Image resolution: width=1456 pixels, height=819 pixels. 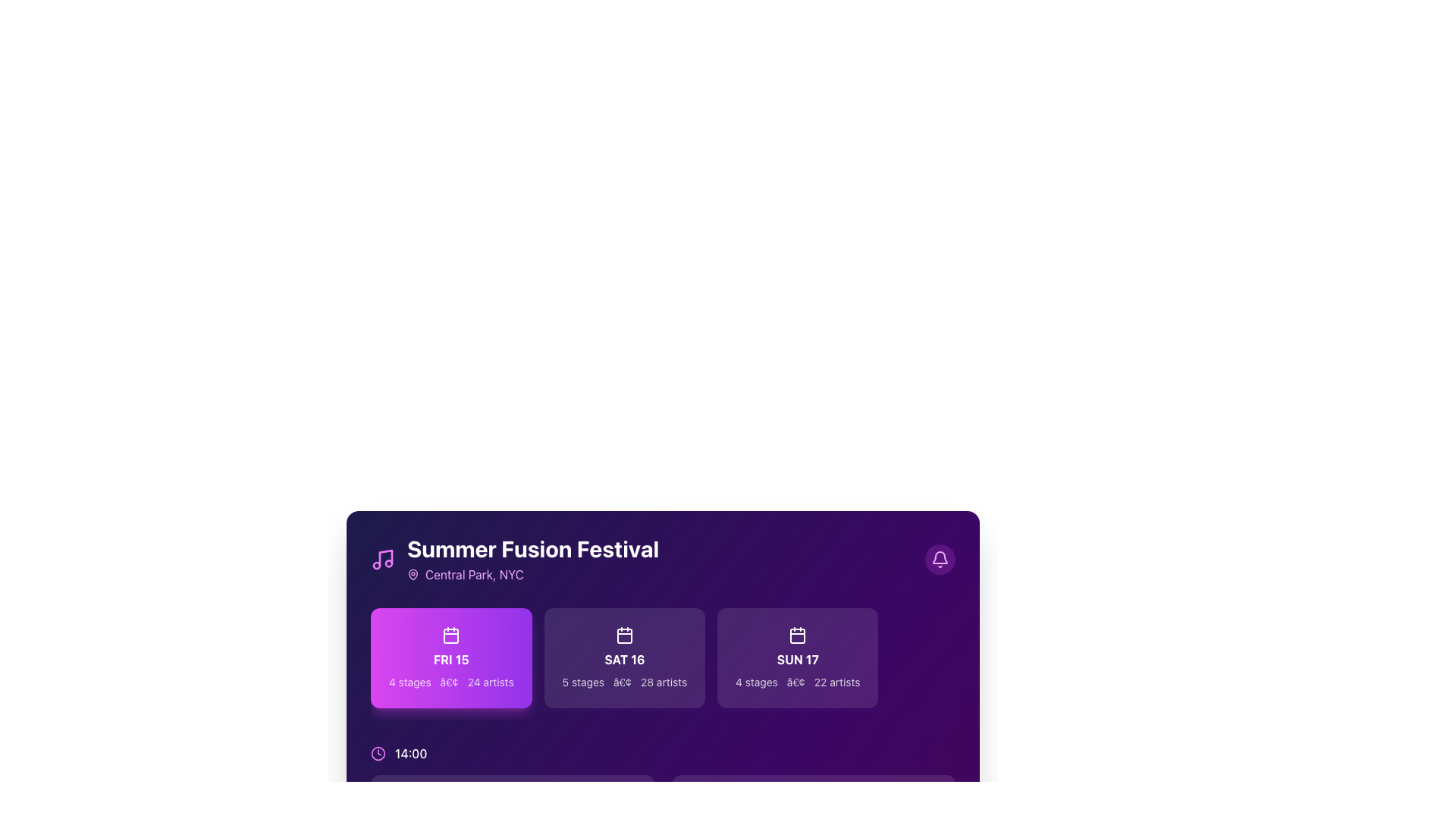 What do you see at coordinates (757, 681) in the screenshot?
I see `the text label that indicates the number of stages available for Sunday, the 17th, located at the bottom left of the third date card` at bounding box center [757, 681].